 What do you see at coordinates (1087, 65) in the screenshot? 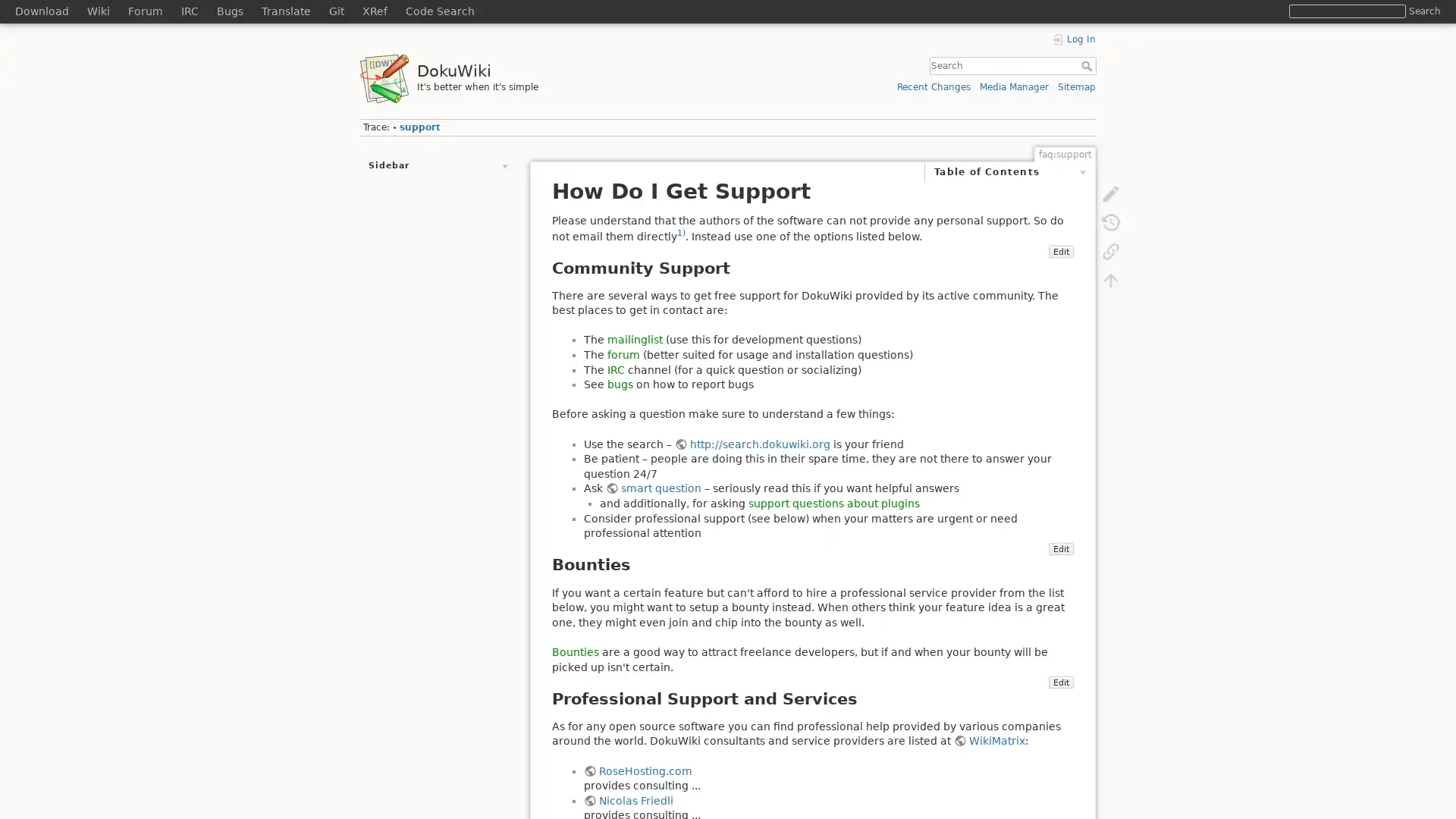
I see `Search` at bounding box center [1087, 65].